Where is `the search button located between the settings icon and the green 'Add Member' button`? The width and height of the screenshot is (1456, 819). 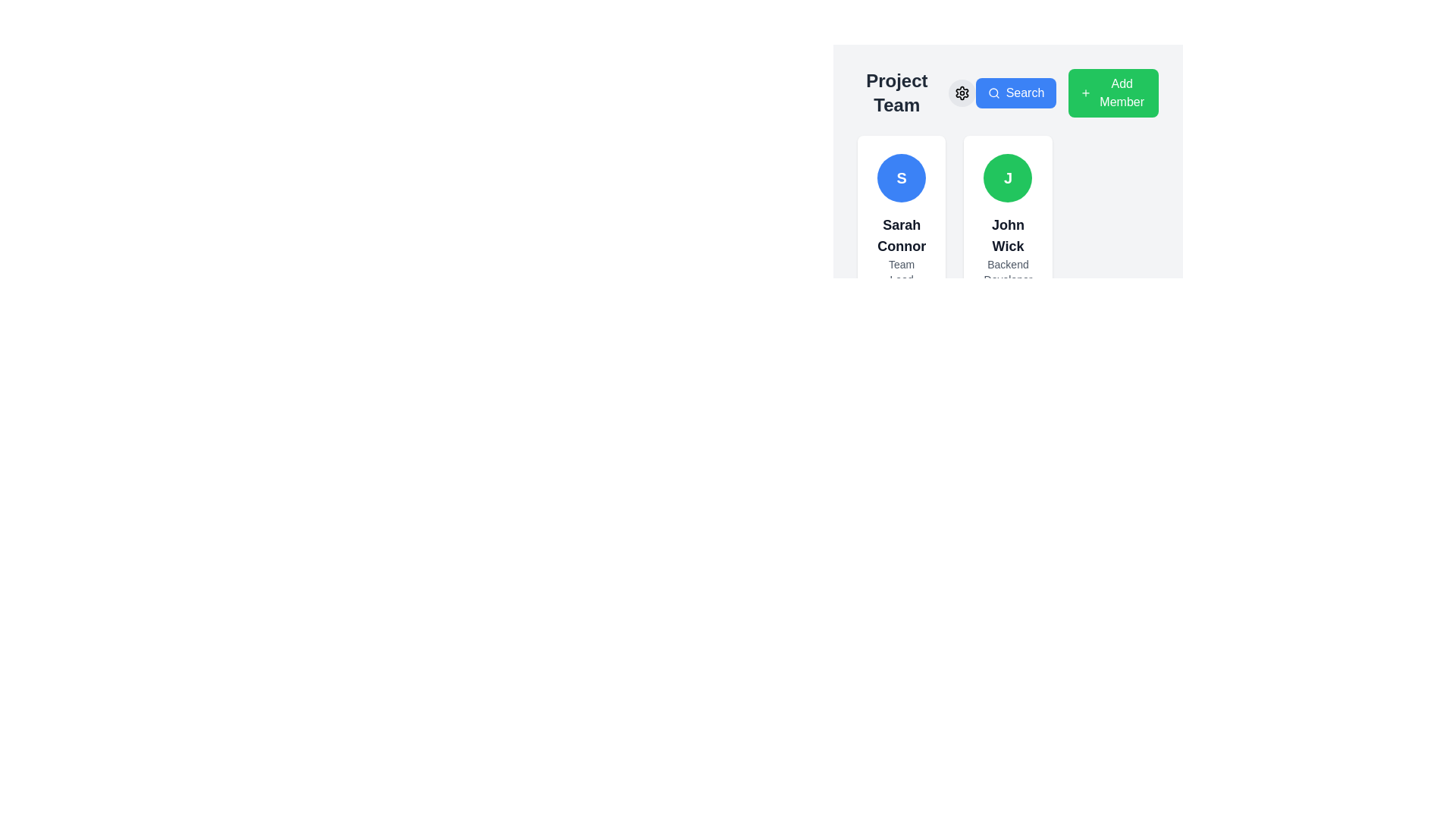
the search button located between the settings icon and the green 'Add Member' button is located at coordinates (1008, 93).